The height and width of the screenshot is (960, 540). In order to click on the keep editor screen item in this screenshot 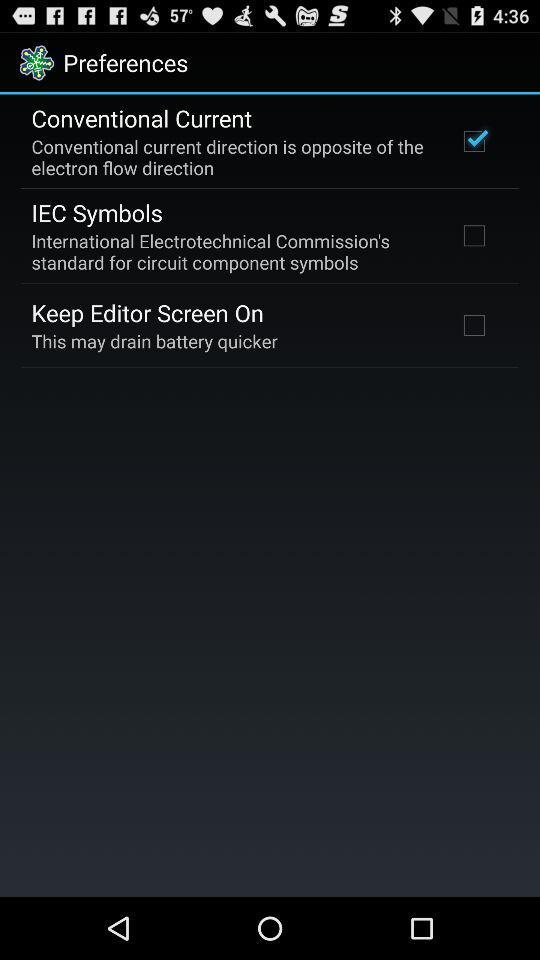, I will do `click(146, 312)`.